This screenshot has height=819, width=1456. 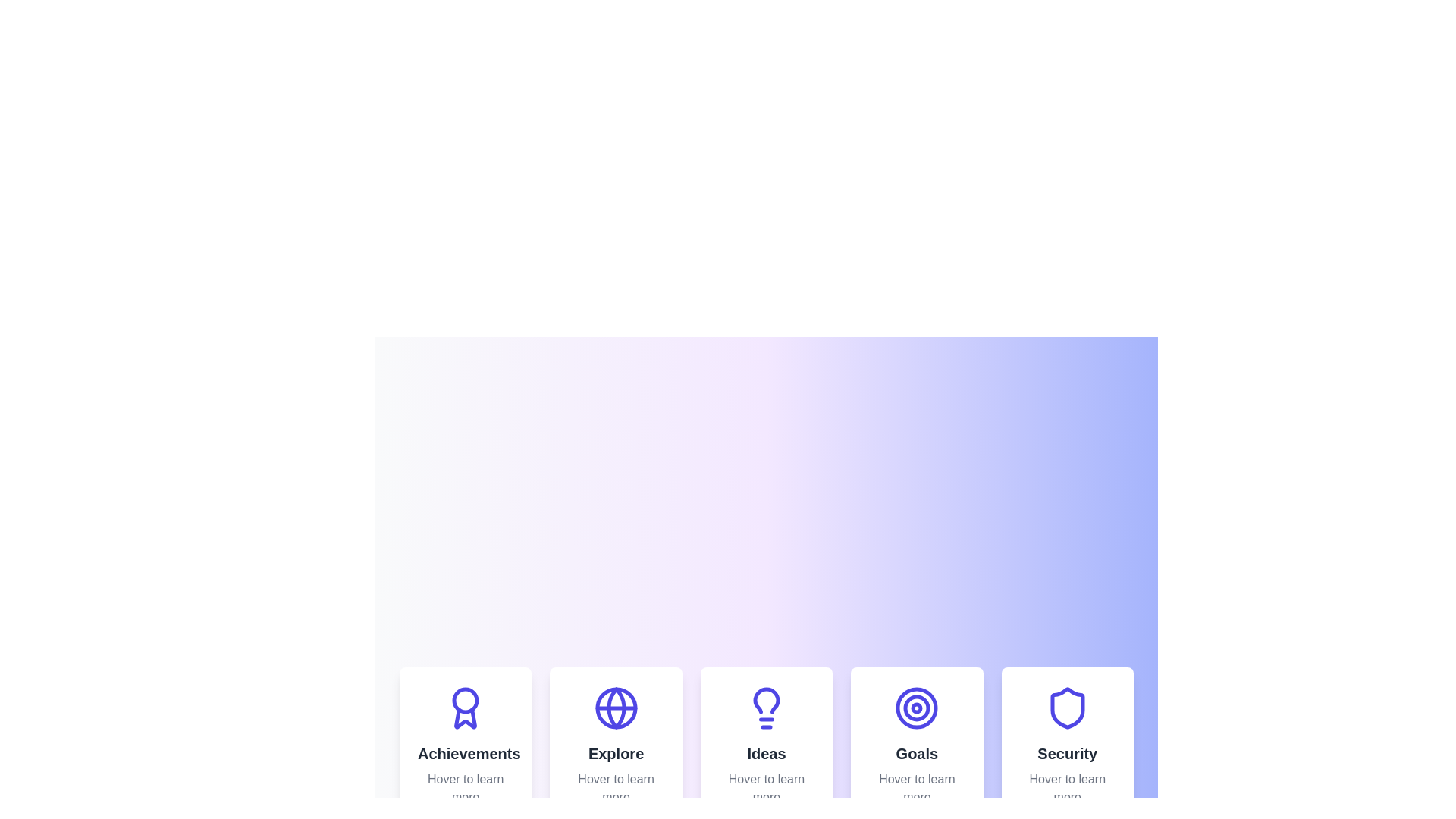 I want to click on the prominent text label displaying 'Goals', which is styled with bold font and dark gray color, located below a target icon and above descriptive text, so click(x=916, y=754).